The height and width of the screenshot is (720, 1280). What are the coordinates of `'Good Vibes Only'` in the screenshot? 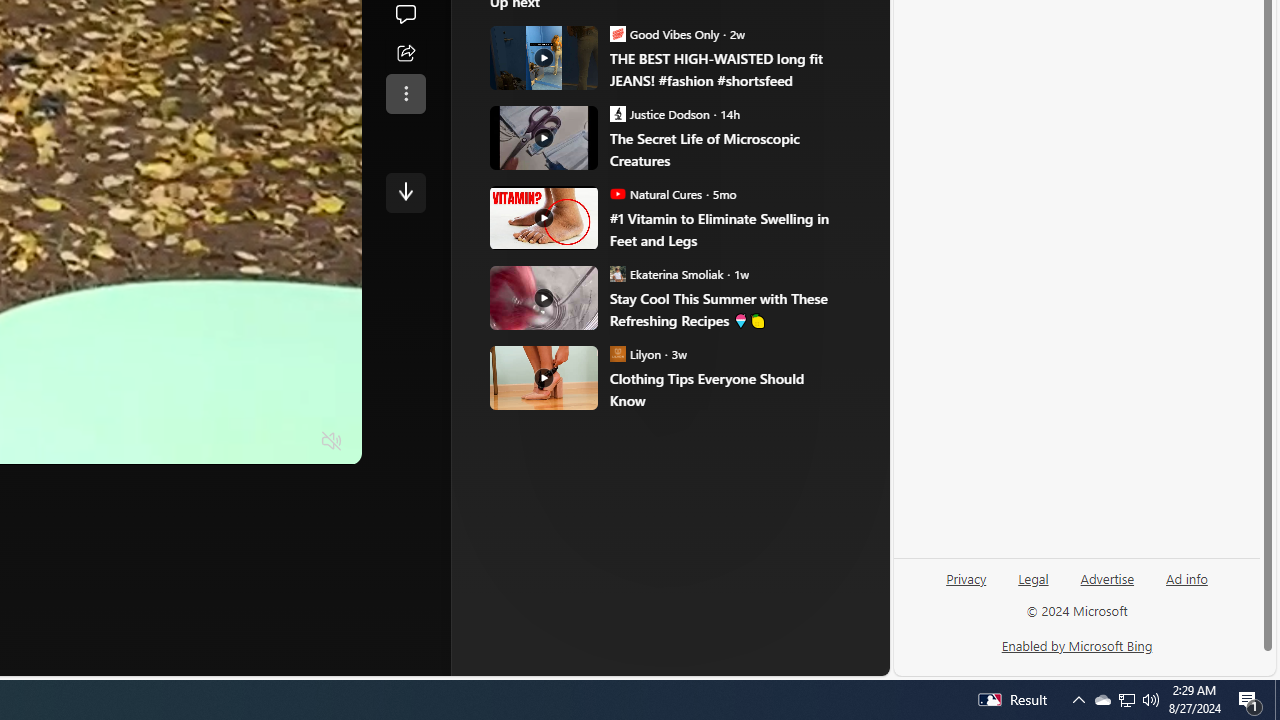 It's located at (617, 33).